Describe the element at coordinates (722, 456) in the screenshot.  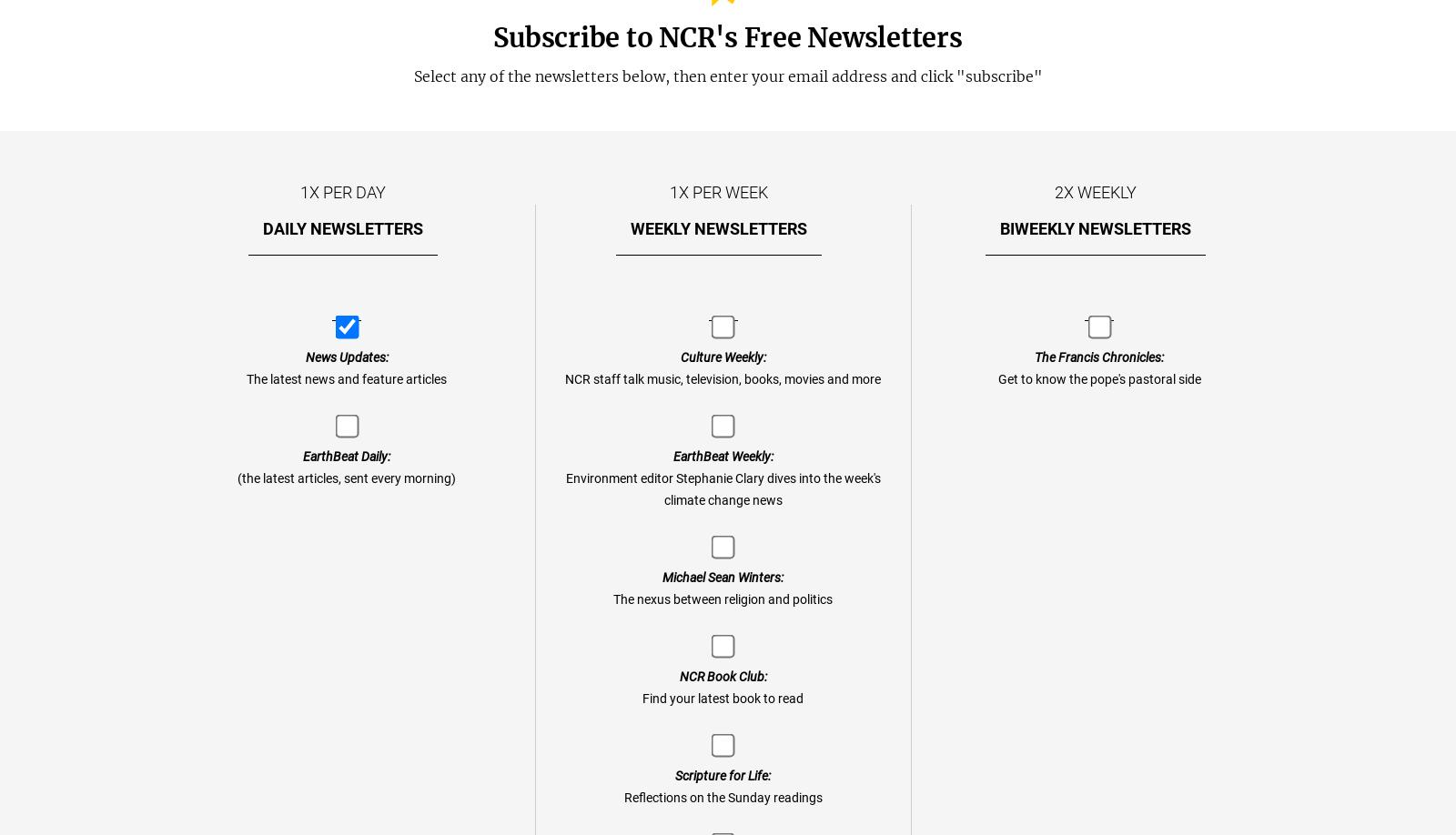
I see `'EarthBeat Weekly:'` at that location.